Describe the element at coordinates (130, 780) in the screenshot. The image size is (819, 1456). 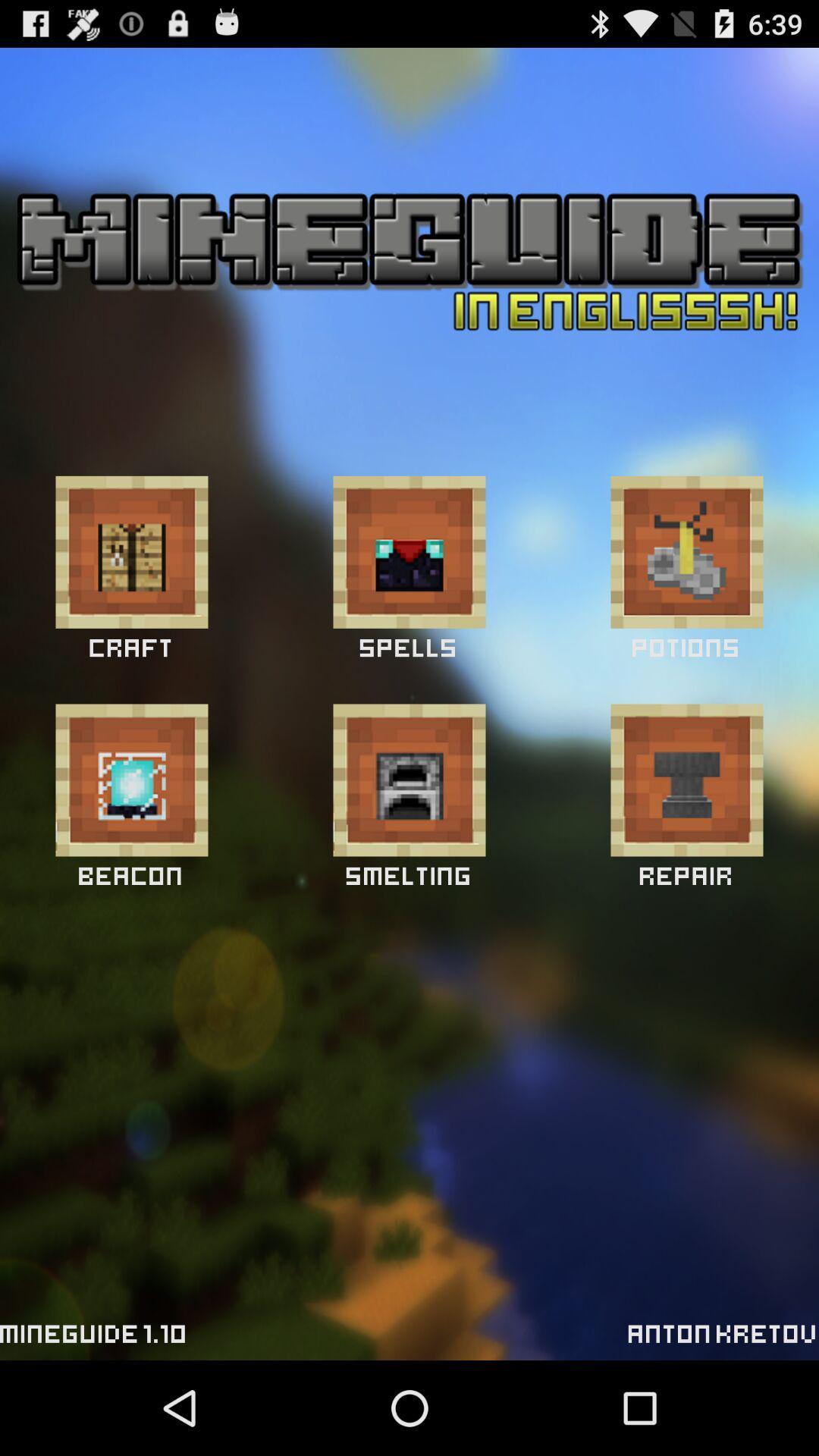
I see `the icon below craft icon` at that location.